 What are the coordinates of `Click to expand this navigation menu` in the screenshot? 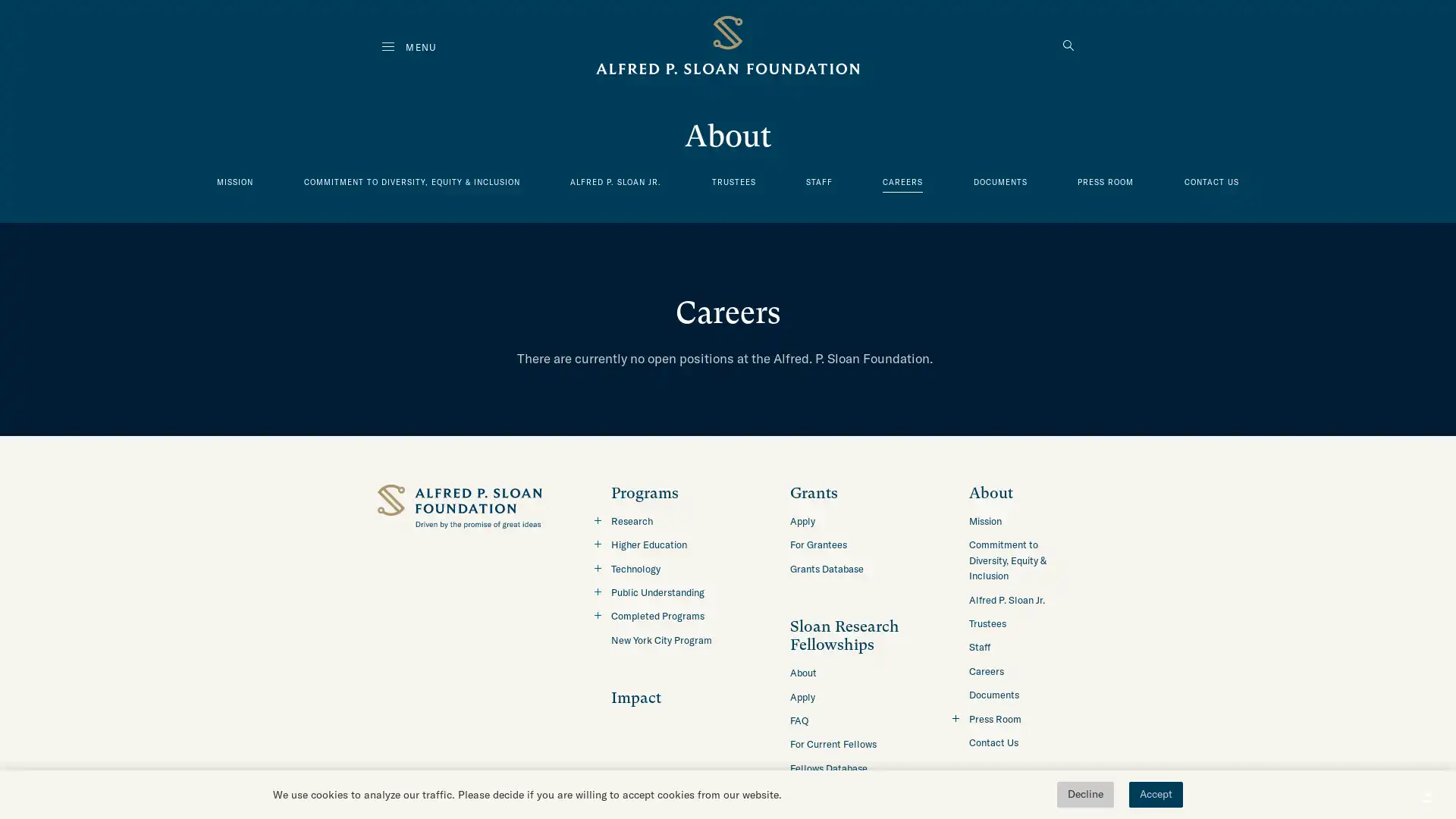 It's located at (596, 543).